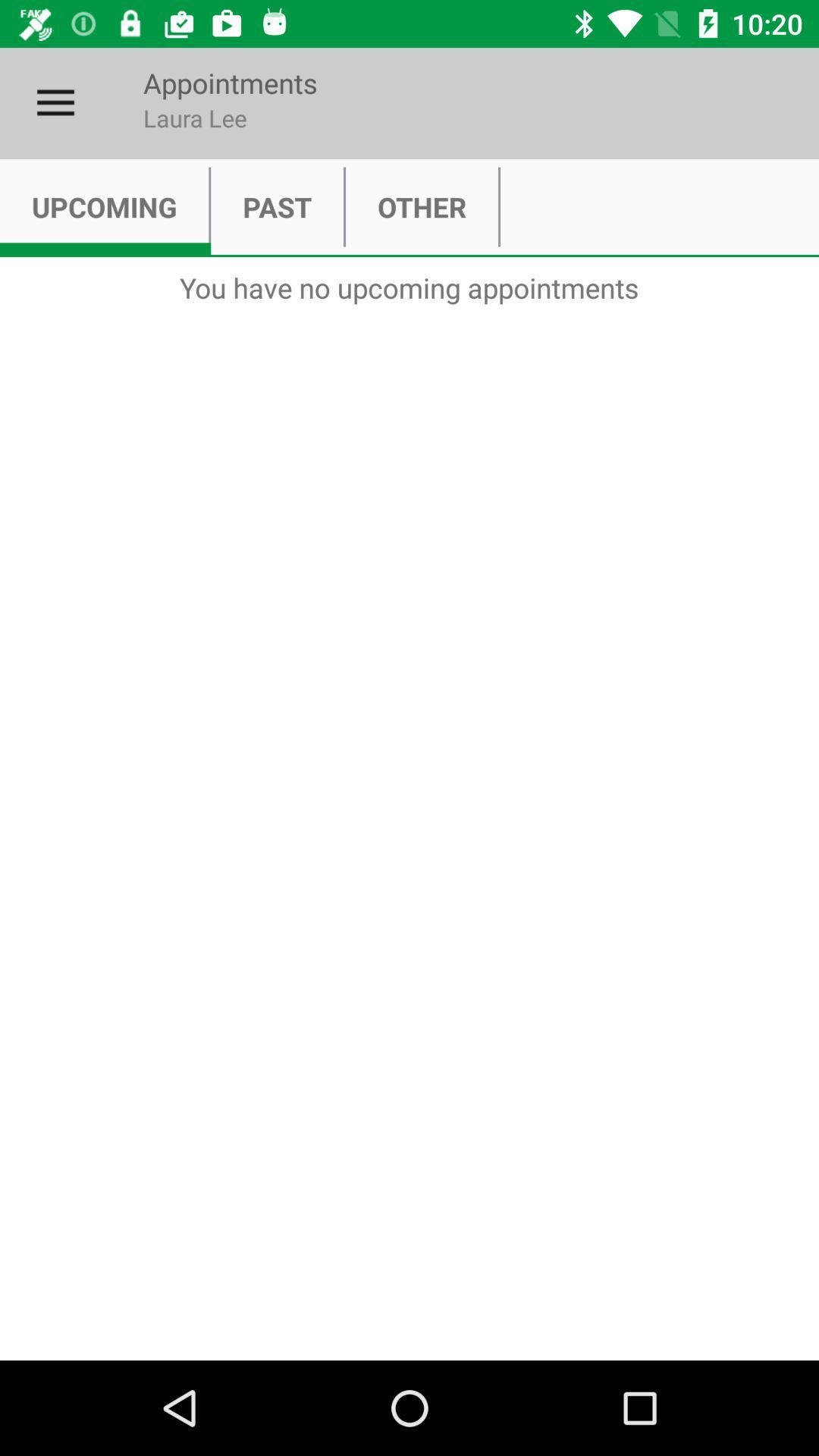 The height and width of the screenshot is (1456, 819). What do you see at coordinates (55, 102) in the screenshot?
I see `the icon to the left of appointments item` at bounding box center [55, 102].